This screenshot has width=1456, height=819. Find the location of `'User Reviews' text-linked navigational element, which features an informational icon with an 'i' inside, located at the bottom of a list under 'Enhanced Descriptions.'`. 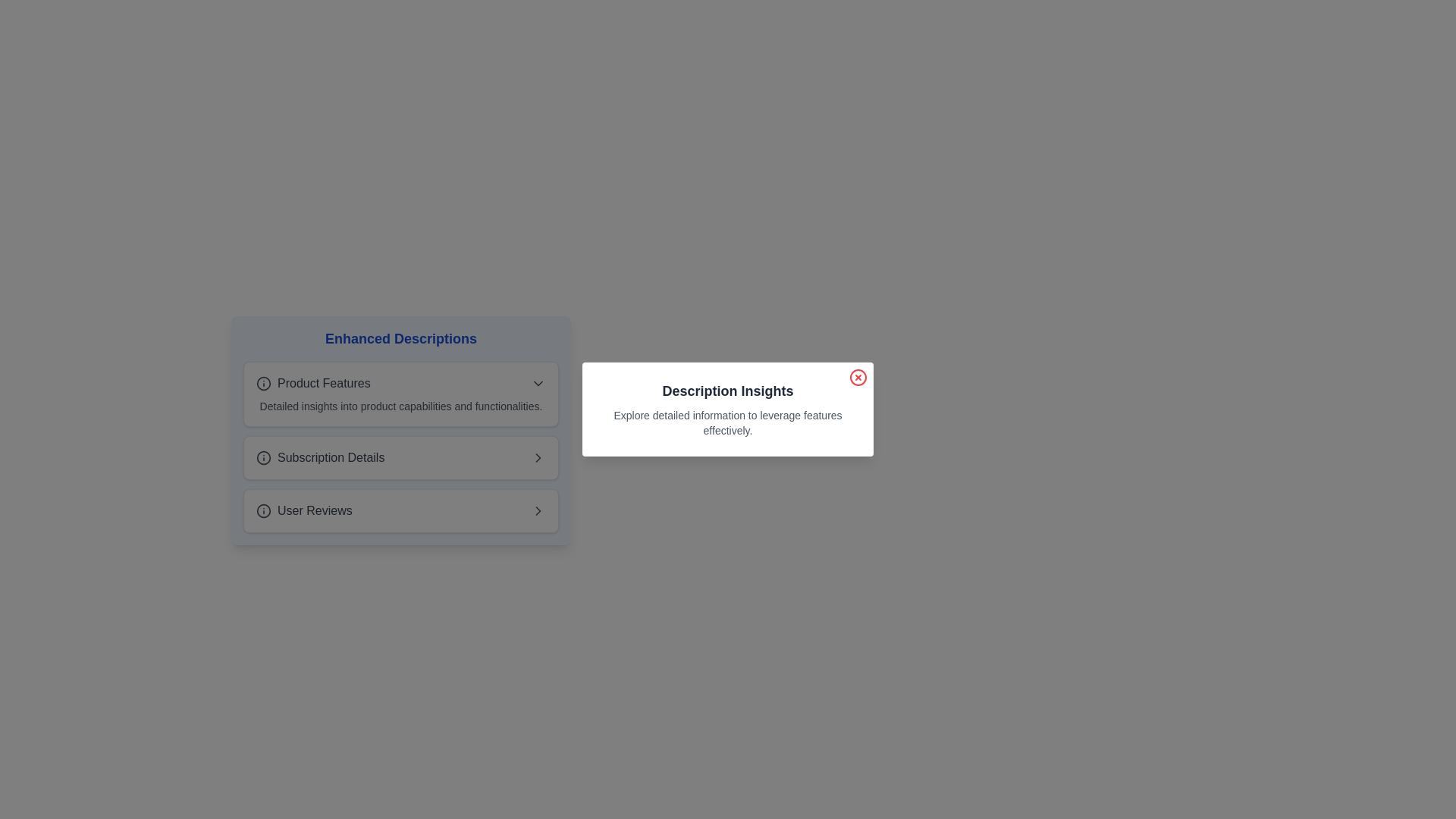

'User Reviews' text-linked navigational element, which features an informational icon with an 'i' inside, located at the bottom of a list under 'Enhanced Descriptions.' is located at coordinates (303, 511).